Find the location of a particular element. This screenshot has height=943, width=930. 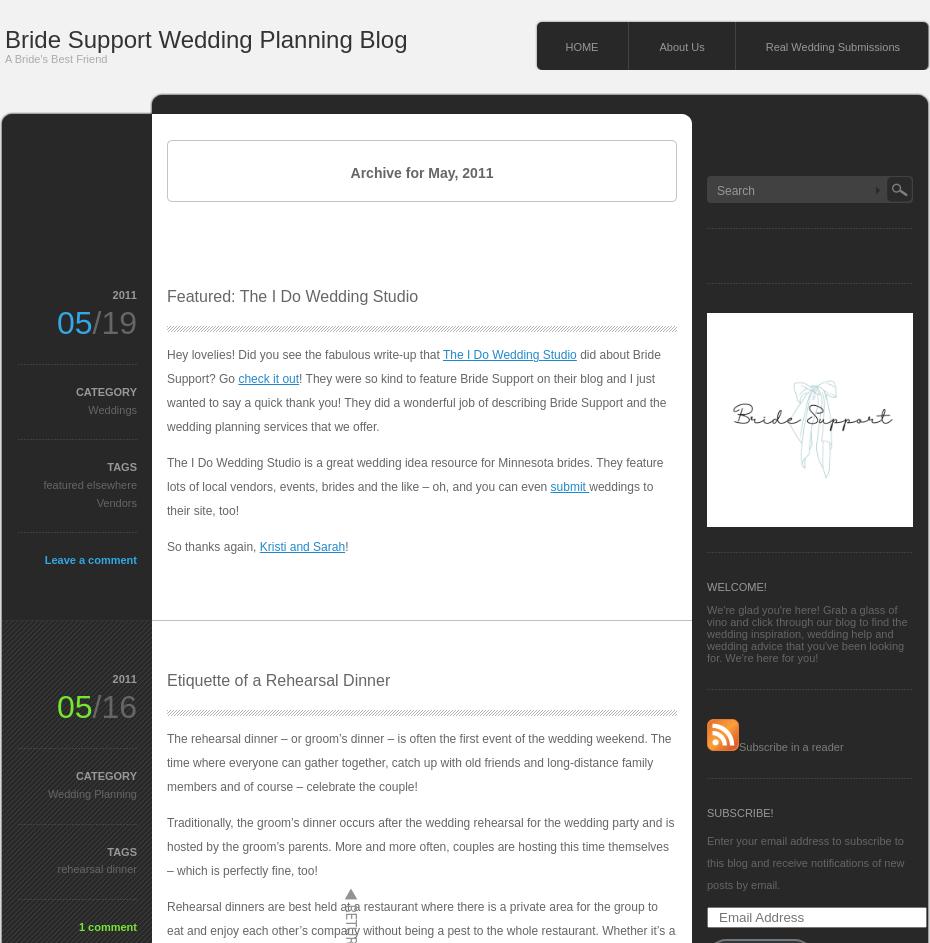

'We're glad you're here! Grab a glass of vino and click through our blog to find the wedding inspiration, wedding help and wedding advice that you've been looking for. We're here for you!' is located at coordinates (805, 633).